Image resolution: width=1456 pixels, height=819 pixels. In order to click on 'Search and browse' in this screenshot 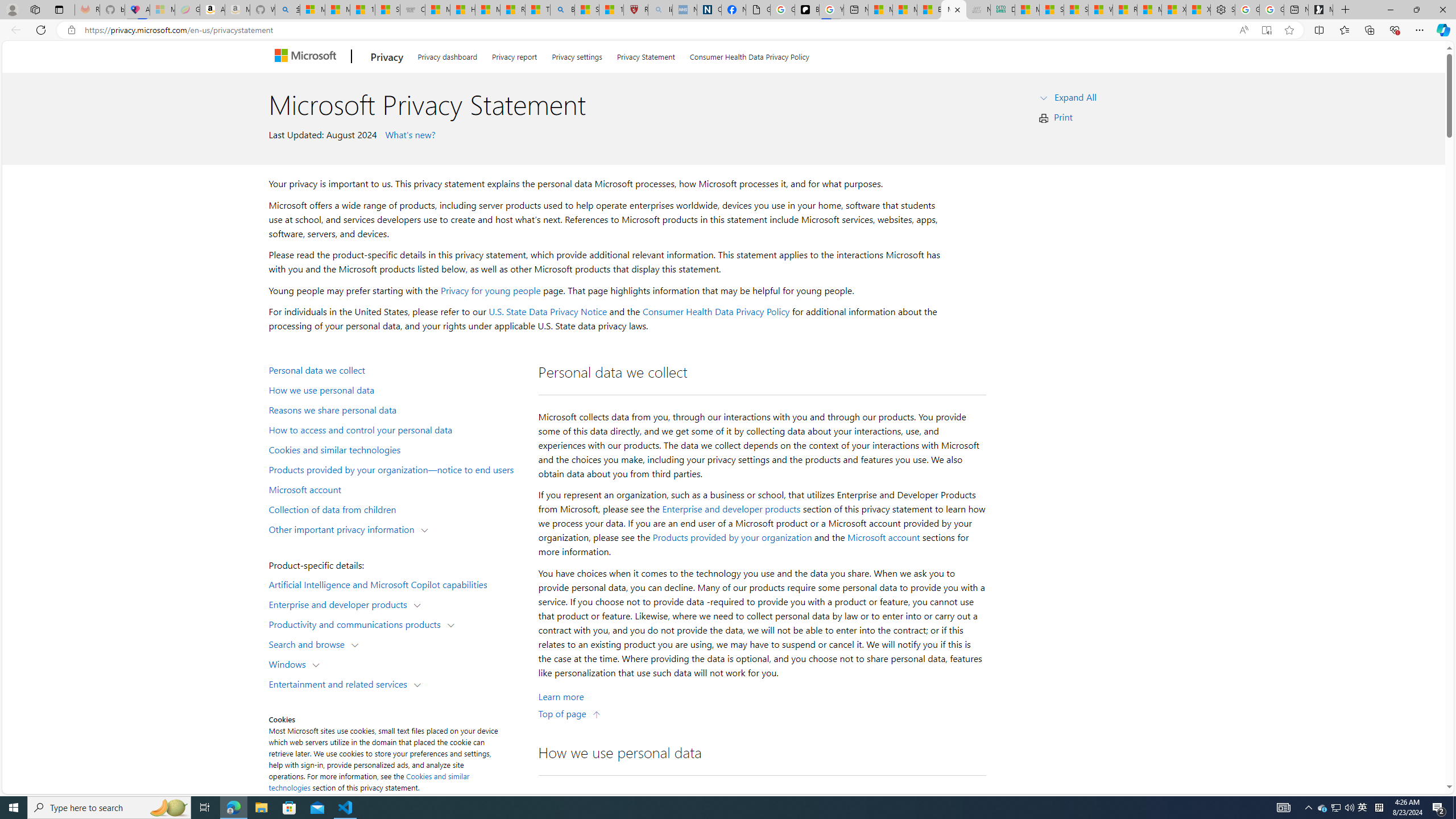, I will do `click(309, 643)`.